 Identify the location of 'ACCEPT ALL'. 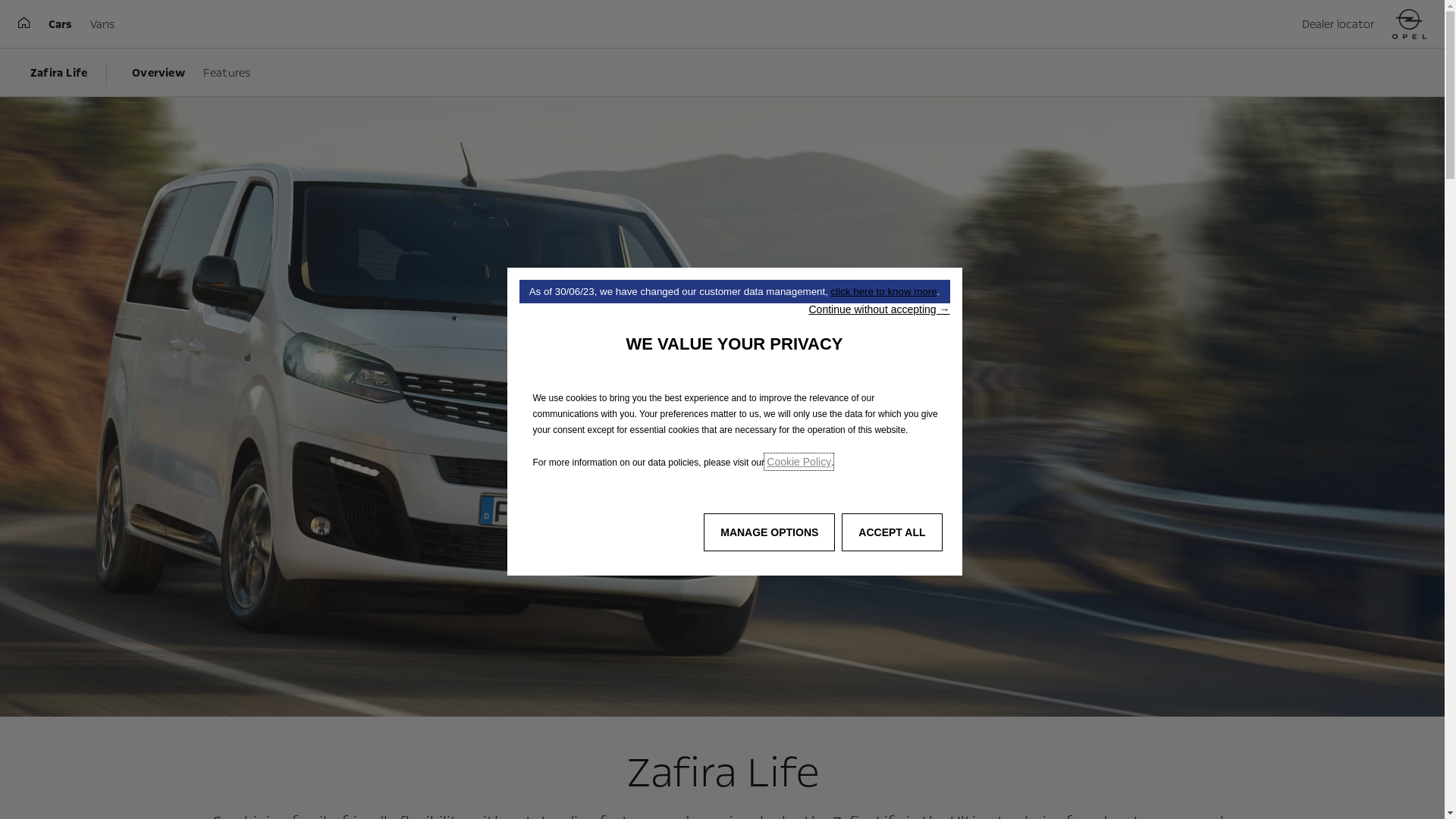
(840, 532).